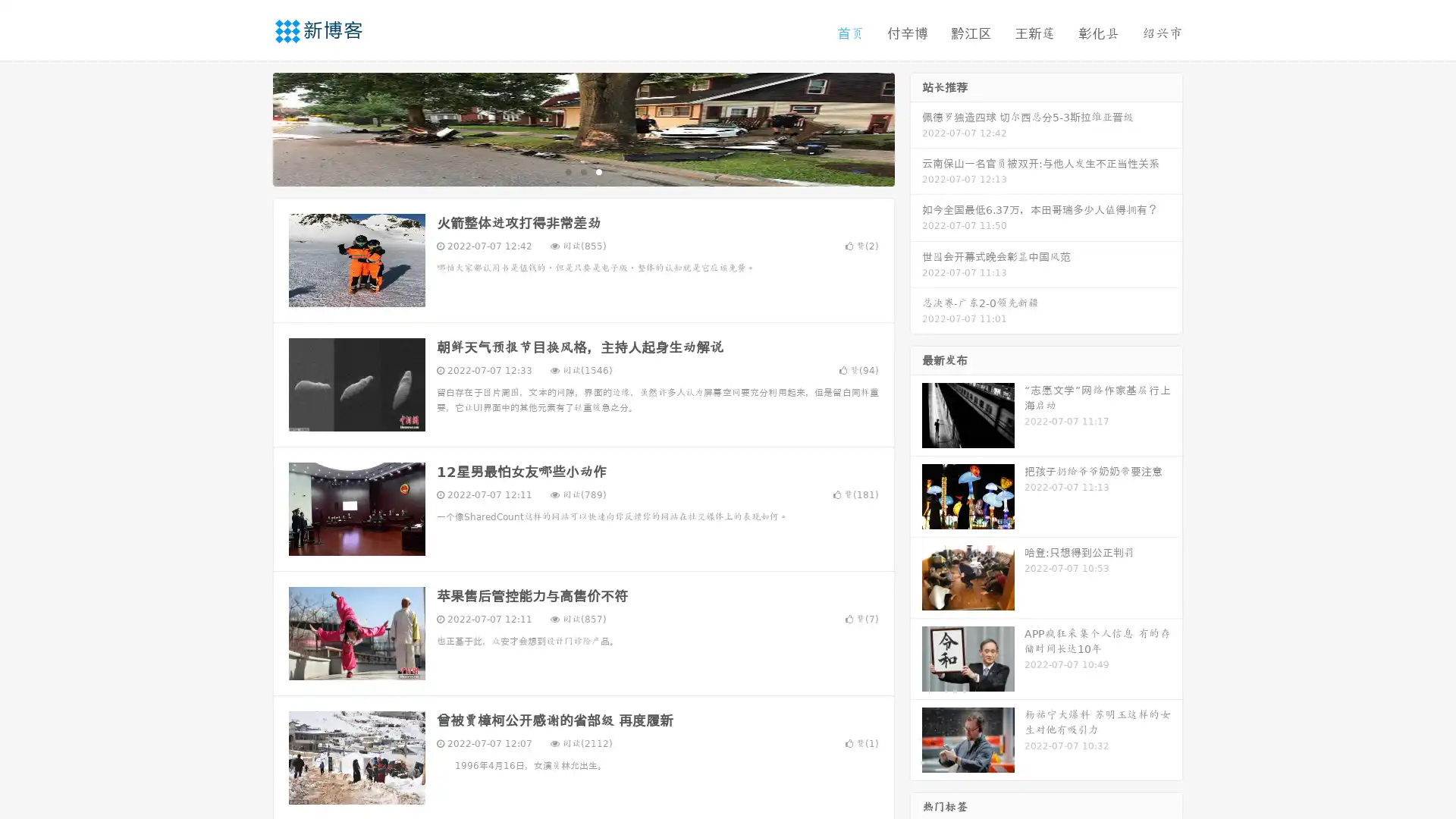  What do you see at coordinates (916, 127) in the screenshot?
I see `Next slide` at bounding box center [916, 127].